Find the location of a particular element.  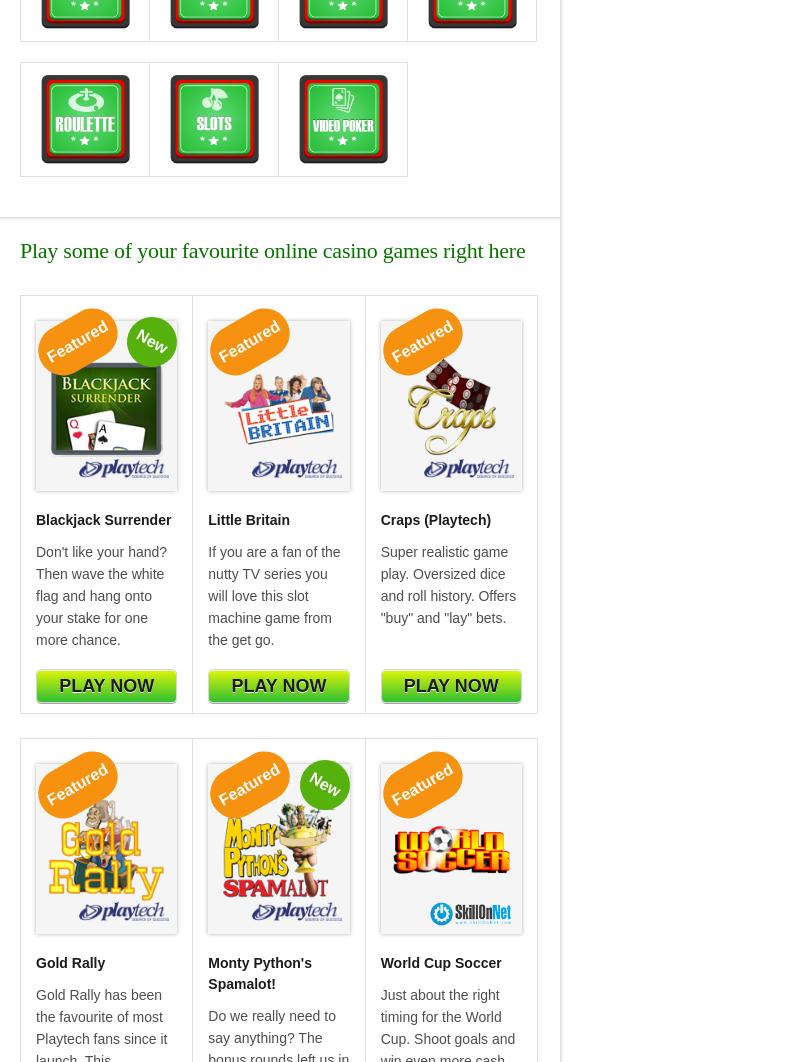

'If you are a fan of the nutty TV series you will love this slot machine game from the get go.' is located at coordinates (274, 595).